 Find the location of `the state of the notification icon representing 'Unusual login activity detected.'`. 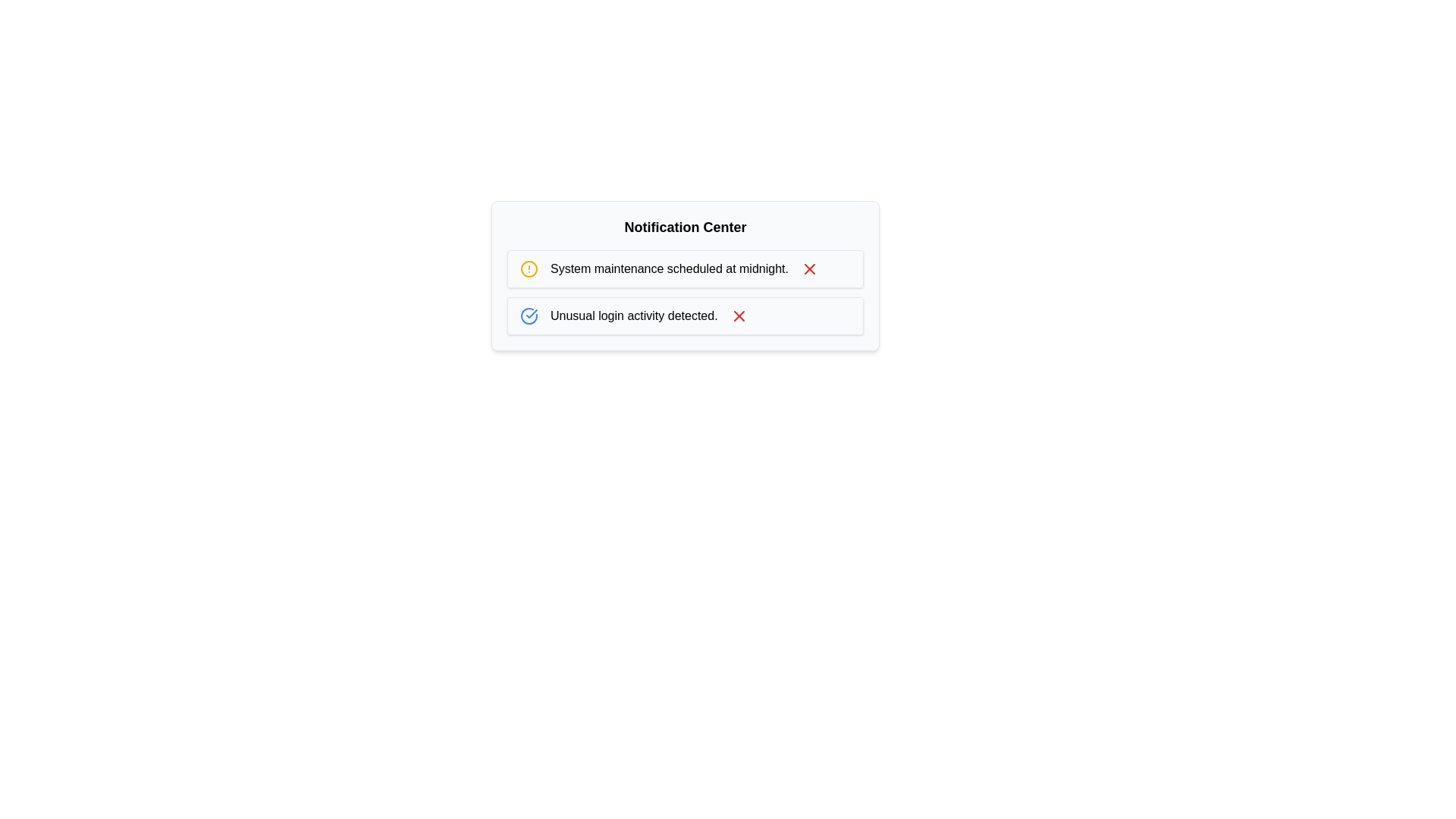

the state of the notification icon representing 'Unusual login activity detected.' is located at coordinates (529, 315).